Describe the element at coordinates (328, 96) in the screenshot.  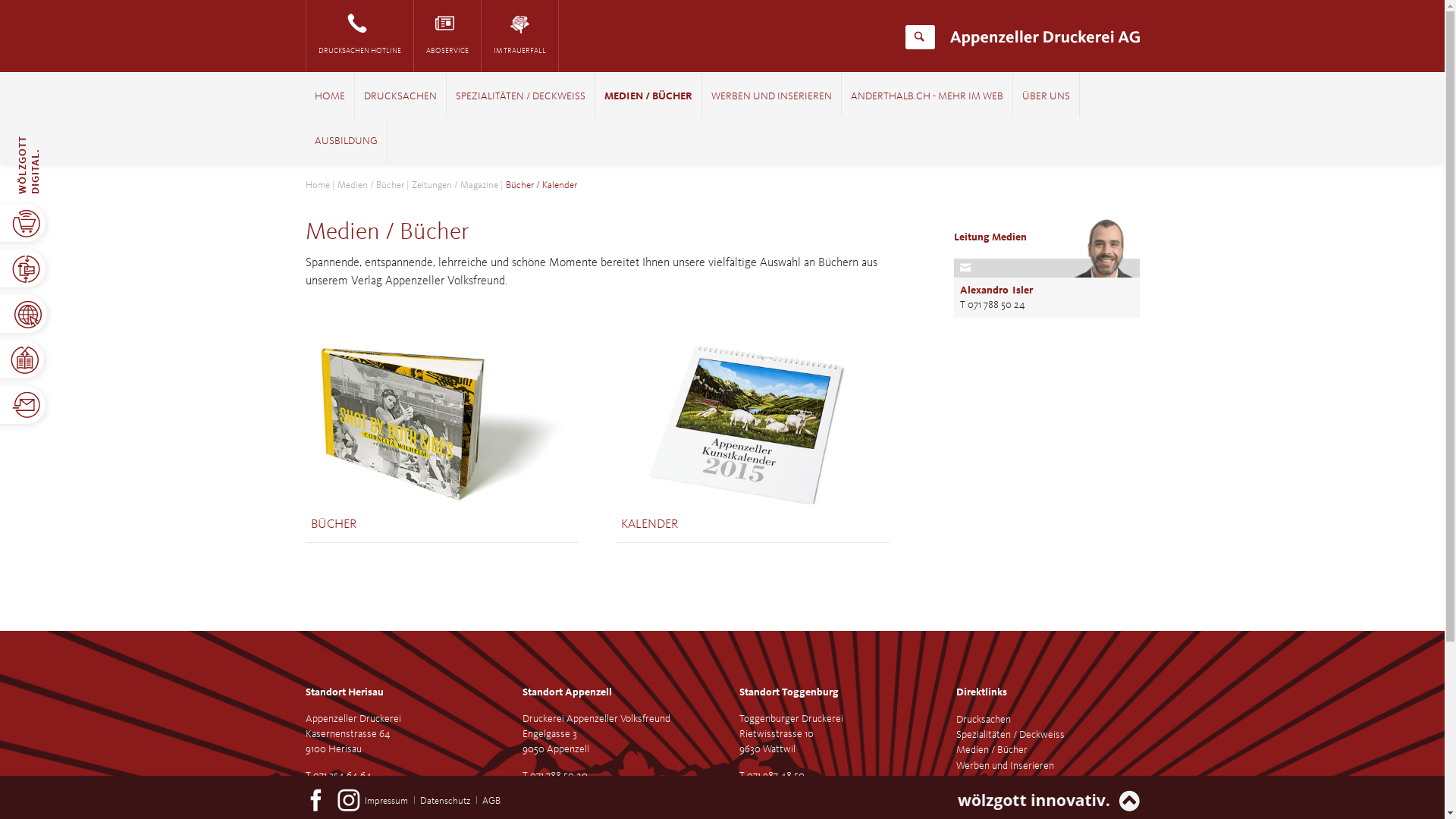
I see `'HOME'` at that location.